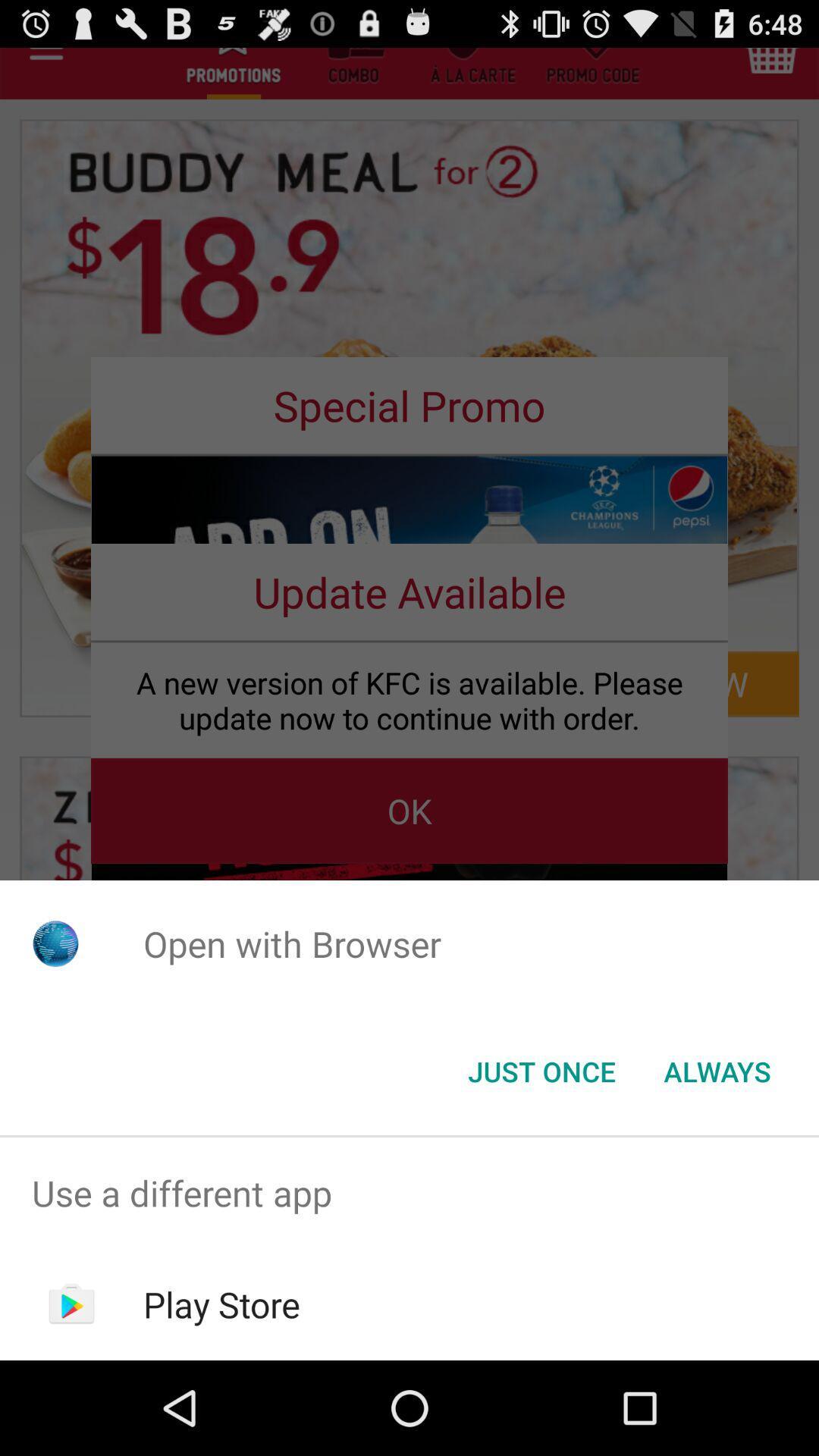 The image size is (819, 1456). What do you see at coordinates (541, 1070) in the screenshot?
I see `the item next to the always icon` at bounding box center [541, 1070].